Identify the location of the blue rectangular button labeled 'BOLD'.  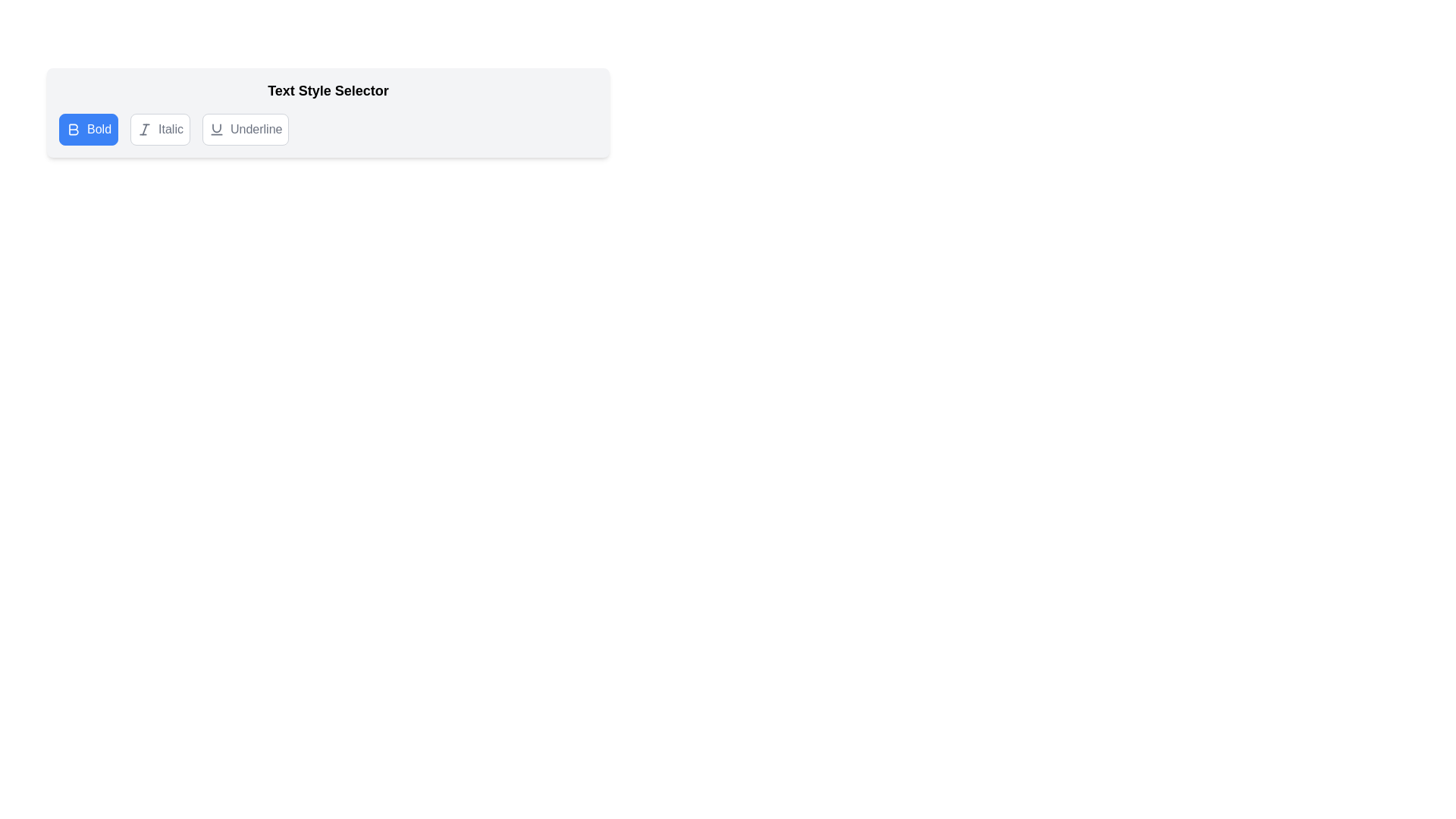
(87, 128).